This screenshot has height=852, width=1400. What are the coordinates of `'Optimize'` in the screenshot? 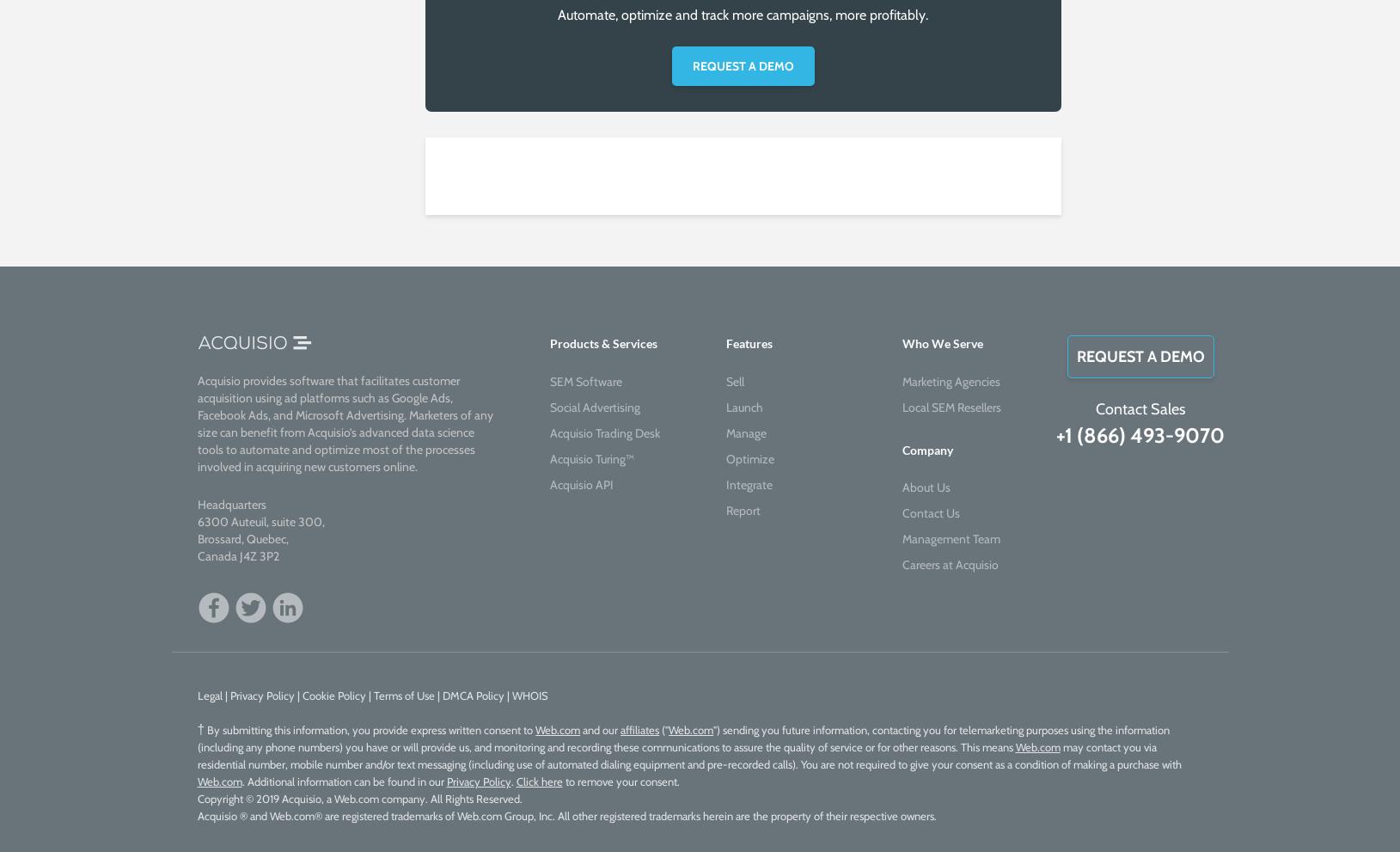 It's located at (749, 457).